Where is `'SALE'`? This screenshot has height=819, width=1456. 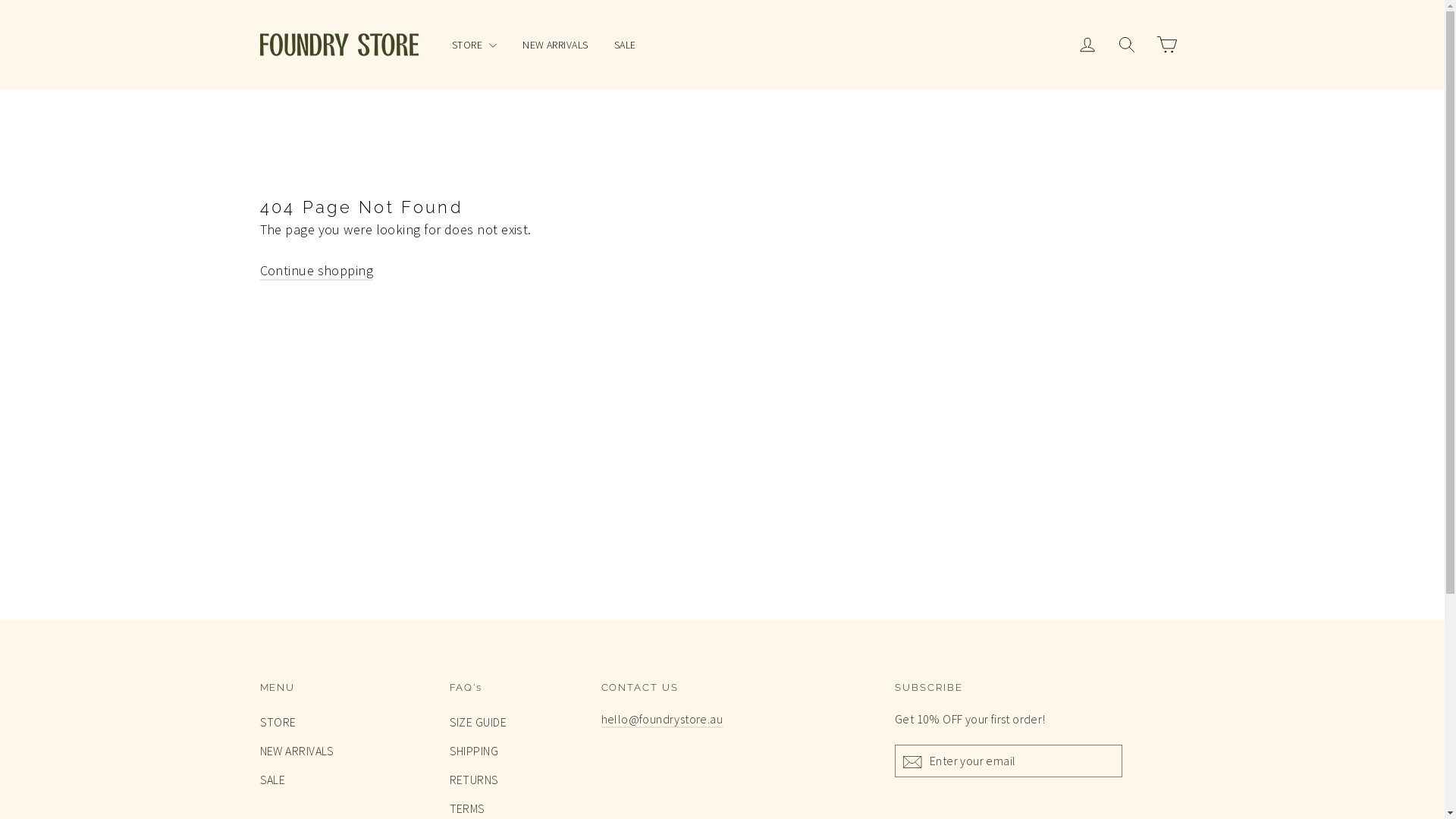
'SALE' is located at coordinates (341, 780).